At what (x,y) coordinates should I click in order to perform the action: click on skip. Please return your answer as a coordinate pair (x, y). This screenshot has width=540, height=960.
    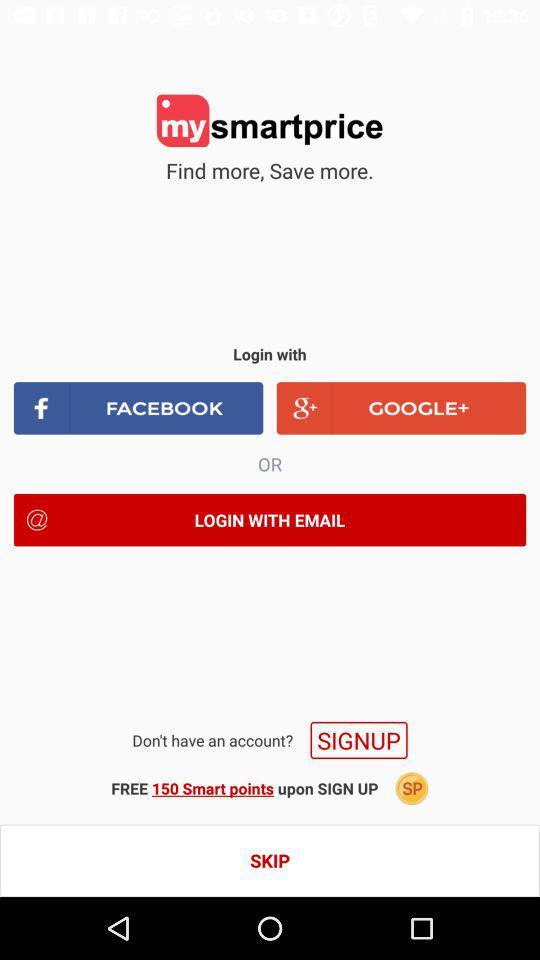
    Looking at the image, I should click on (270, 859).